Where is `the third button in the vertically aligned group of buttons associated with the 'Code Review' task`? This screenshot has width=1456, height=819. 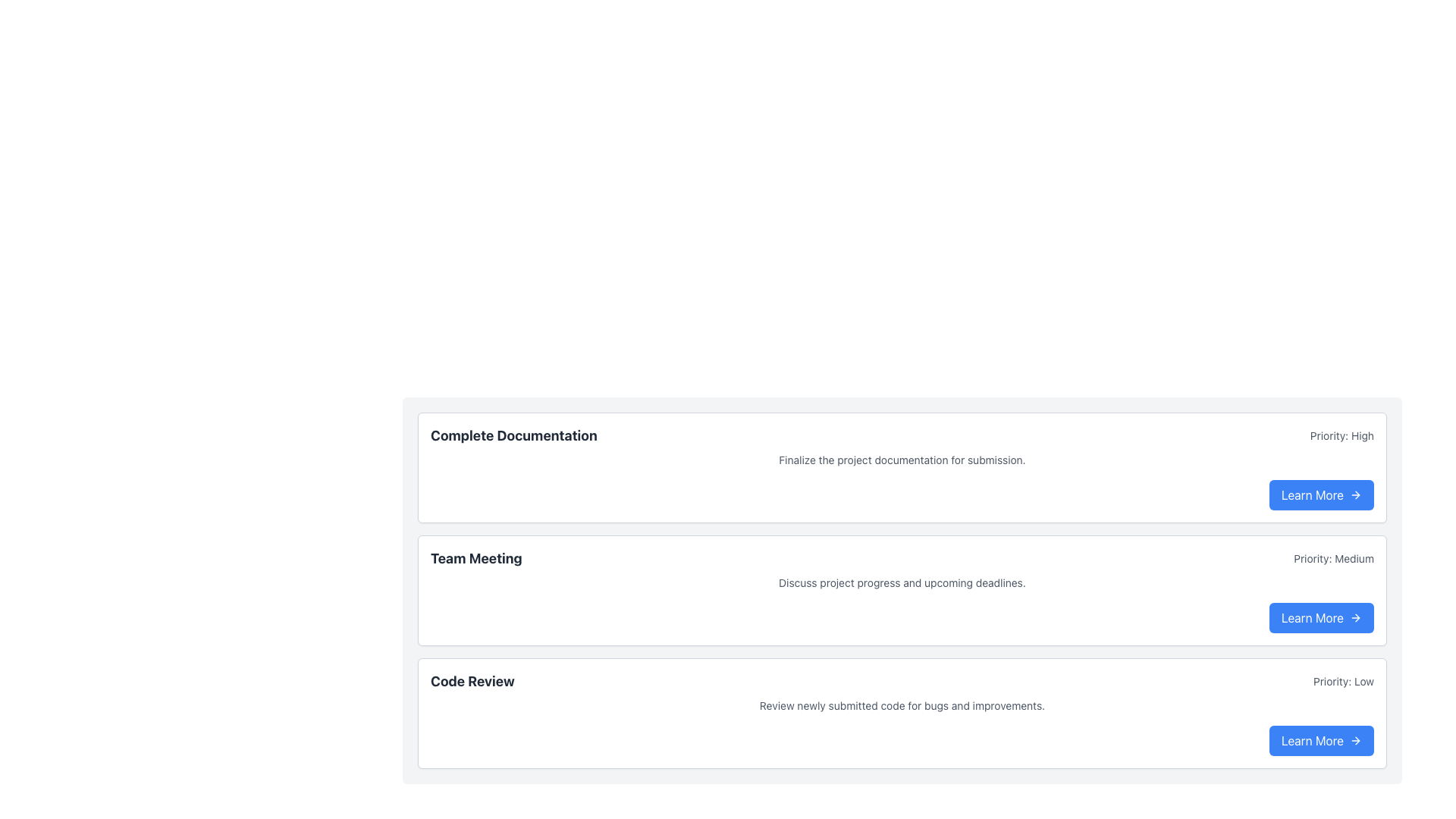
the third button in the vertically aligned group of buttons associated with the 'Code Review' task is located at coordinates (1320, 739).